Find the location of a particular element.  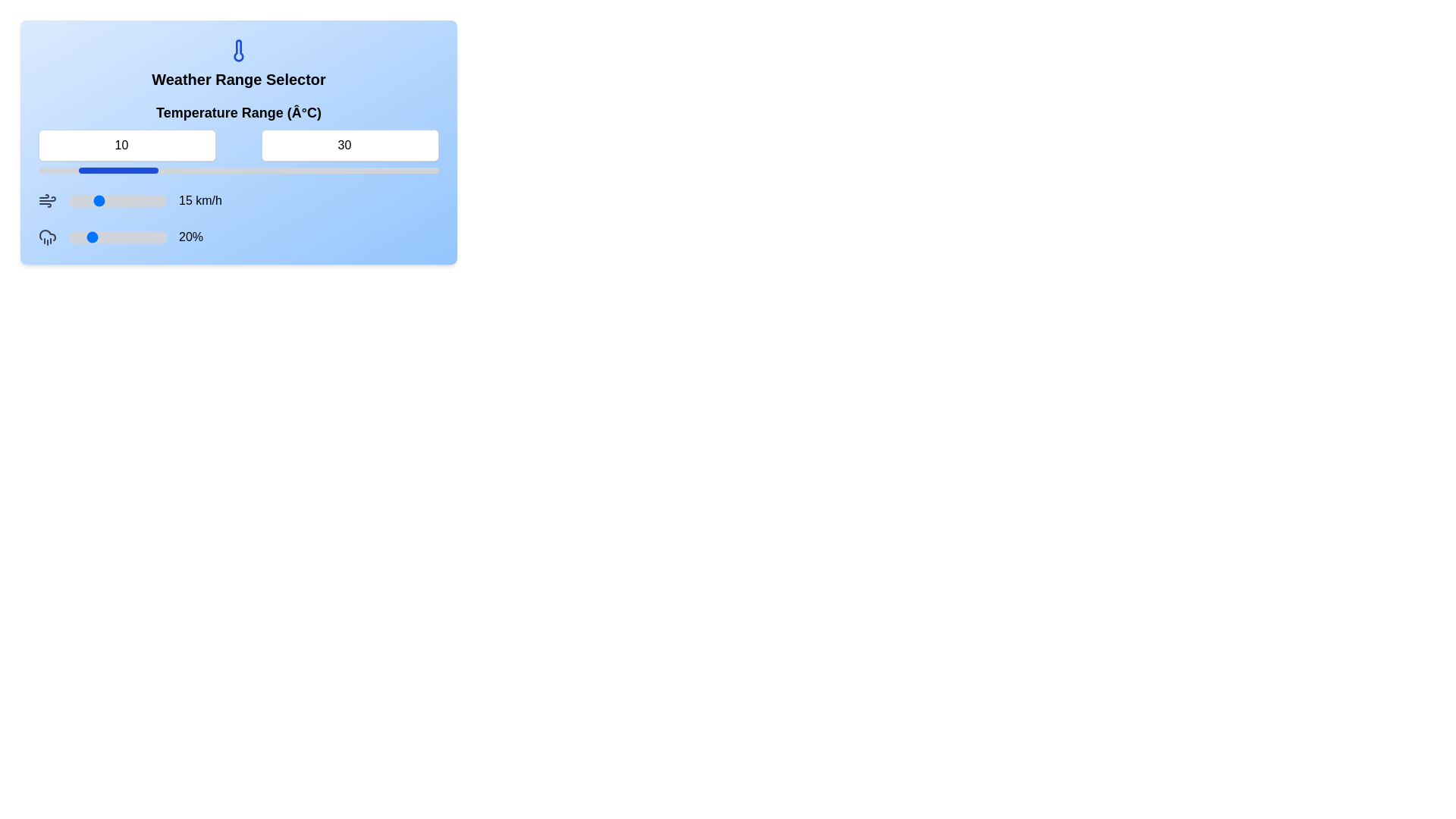

the slider is located at coordinates (102, 237).